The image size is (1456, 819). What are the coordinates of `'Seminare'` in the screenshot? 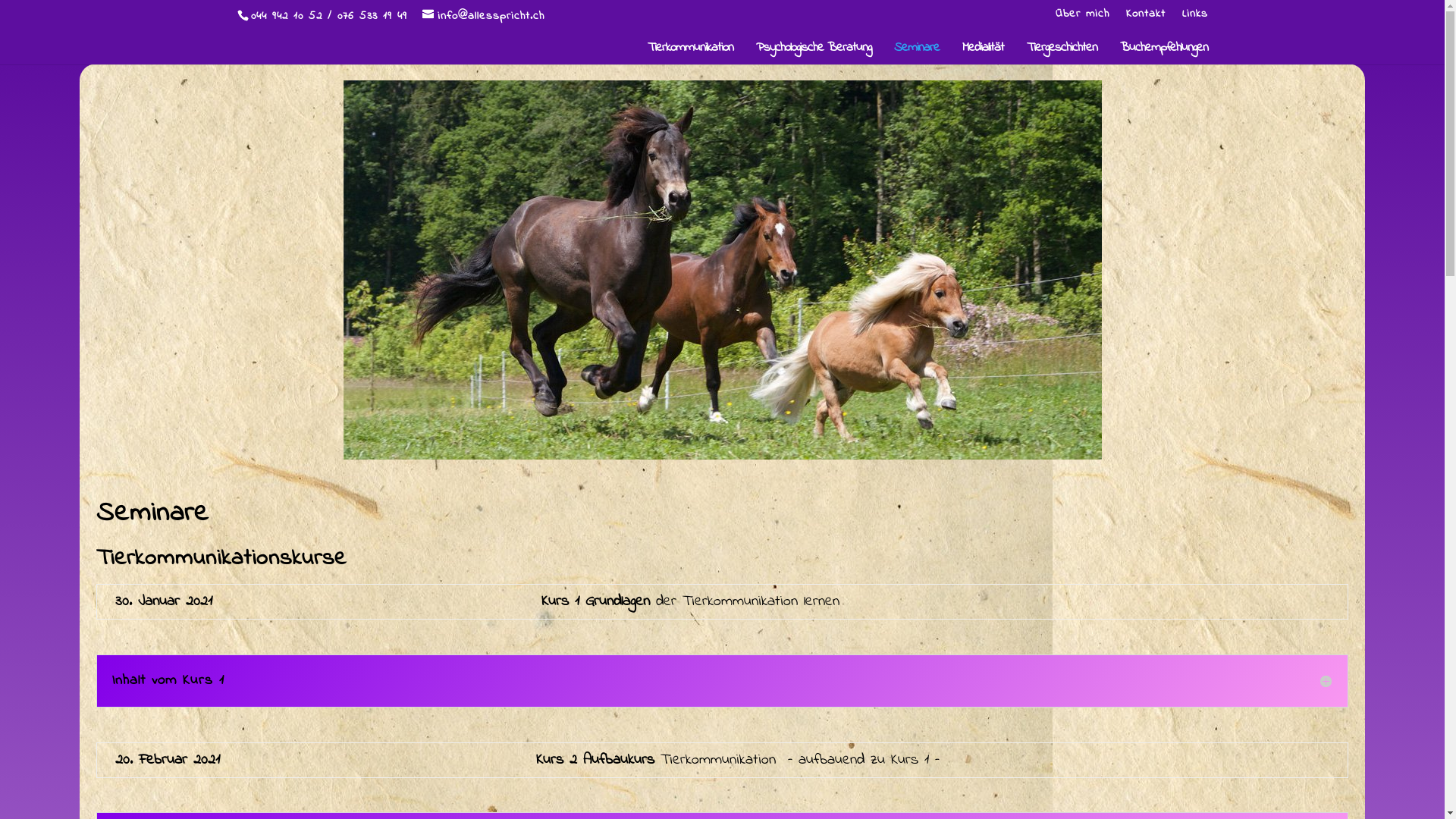 It's located at (915, 52).